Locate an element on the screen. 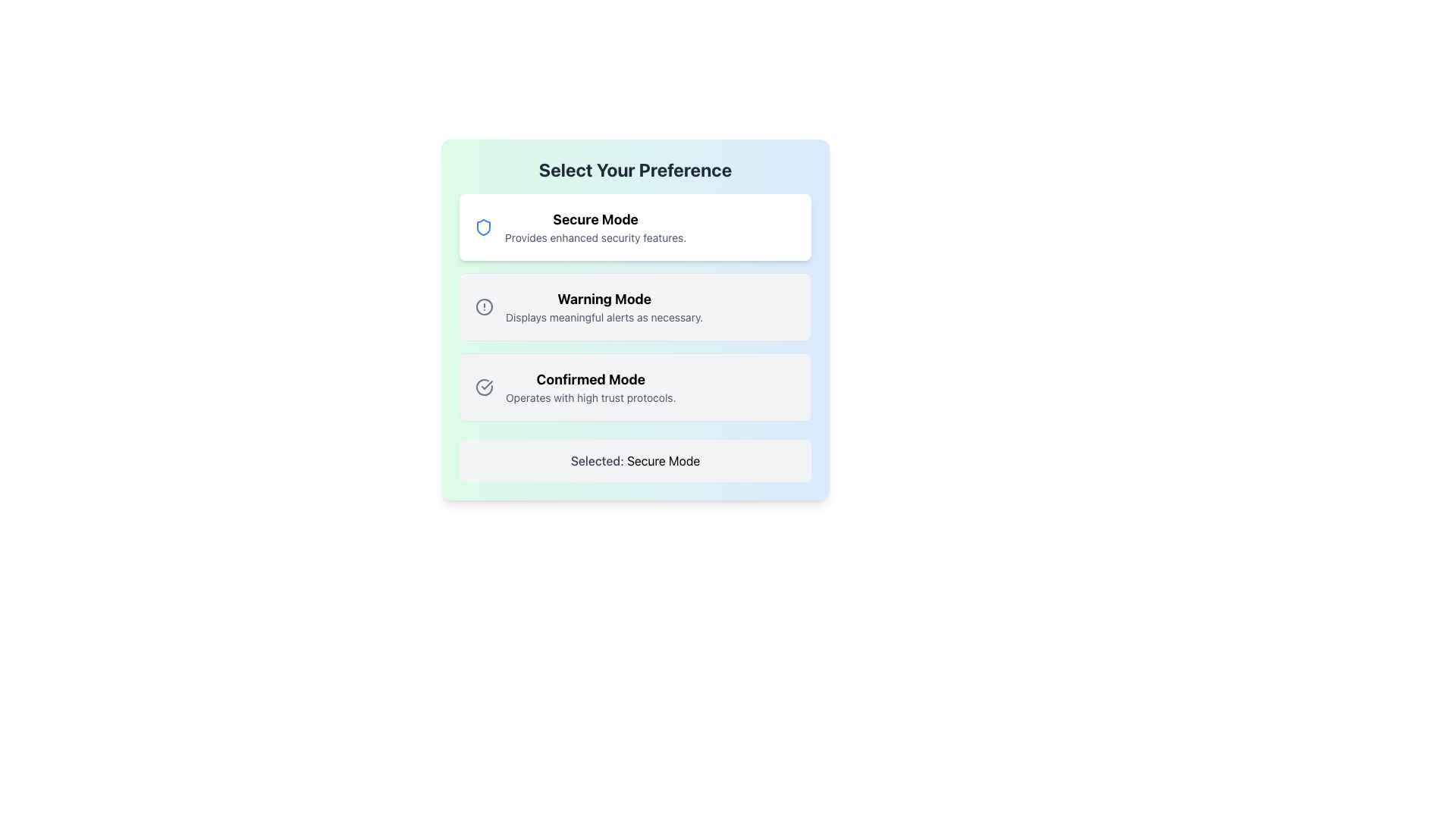 The height and width of the screenshot is (819, 1456). the 'Warning Mode' icon located in the preference selection menu, which visually indicates alert-related functionality is located at coordinates (483, 307).